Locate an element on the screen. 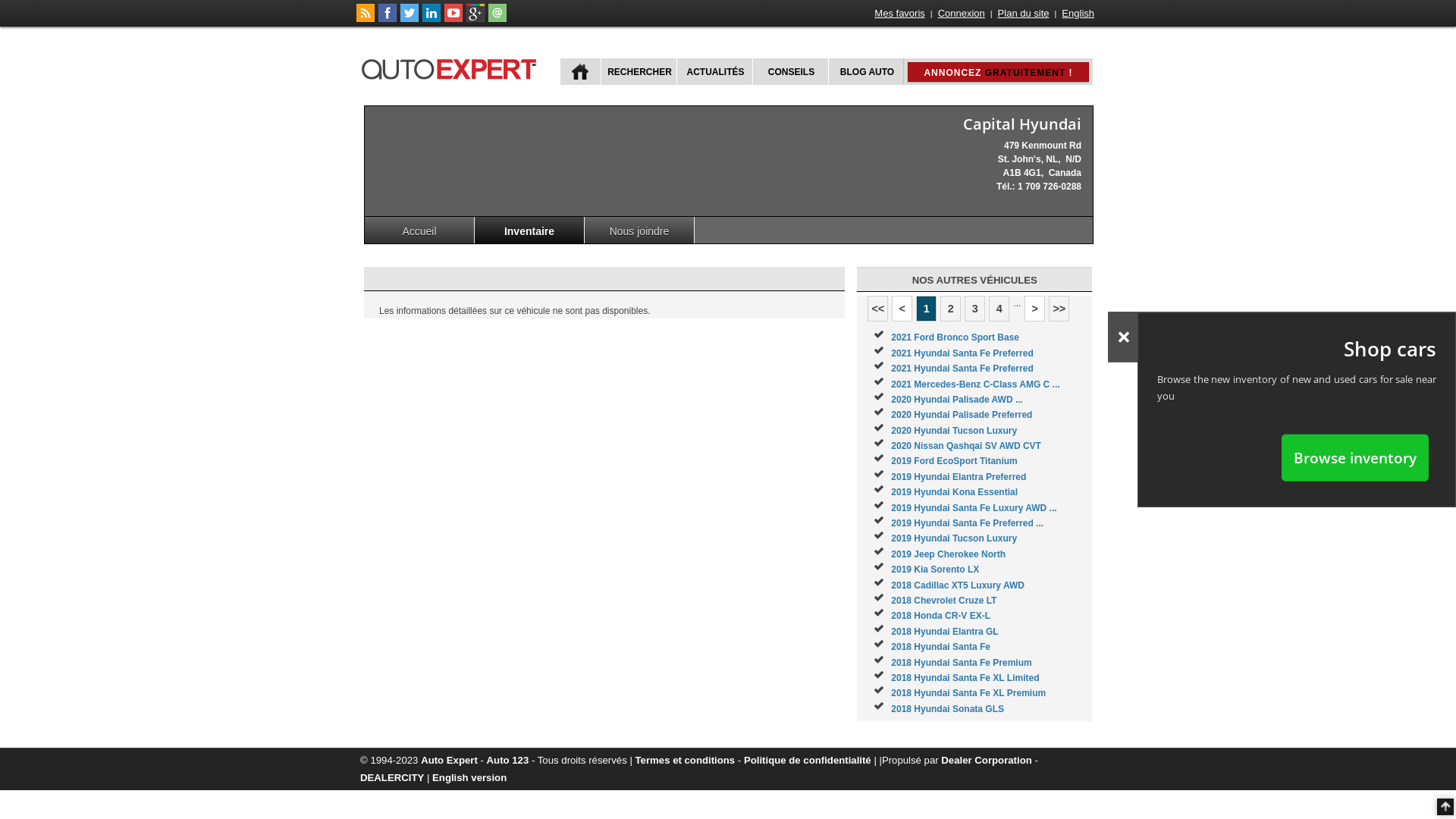  'ANNONCEZ GRATUITEMENT !' is located at coordinates (997, 72).